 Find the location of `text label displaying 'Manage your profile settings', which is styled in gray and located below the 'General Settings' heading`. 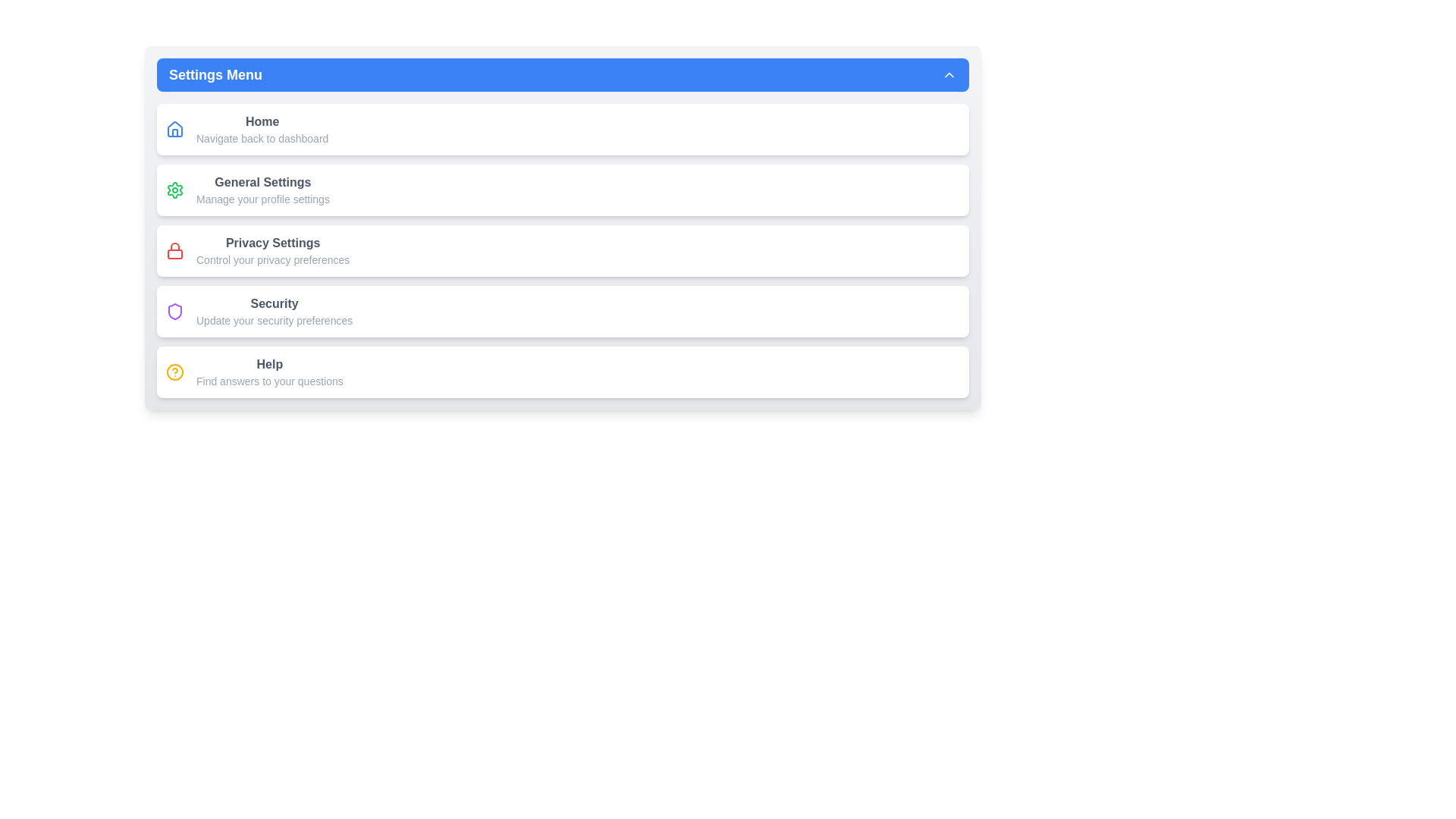

text label displaying 'Manage your profile settings', which is styled in gray and located below the 'General Settings' heading is located at coordinates (262, 198).